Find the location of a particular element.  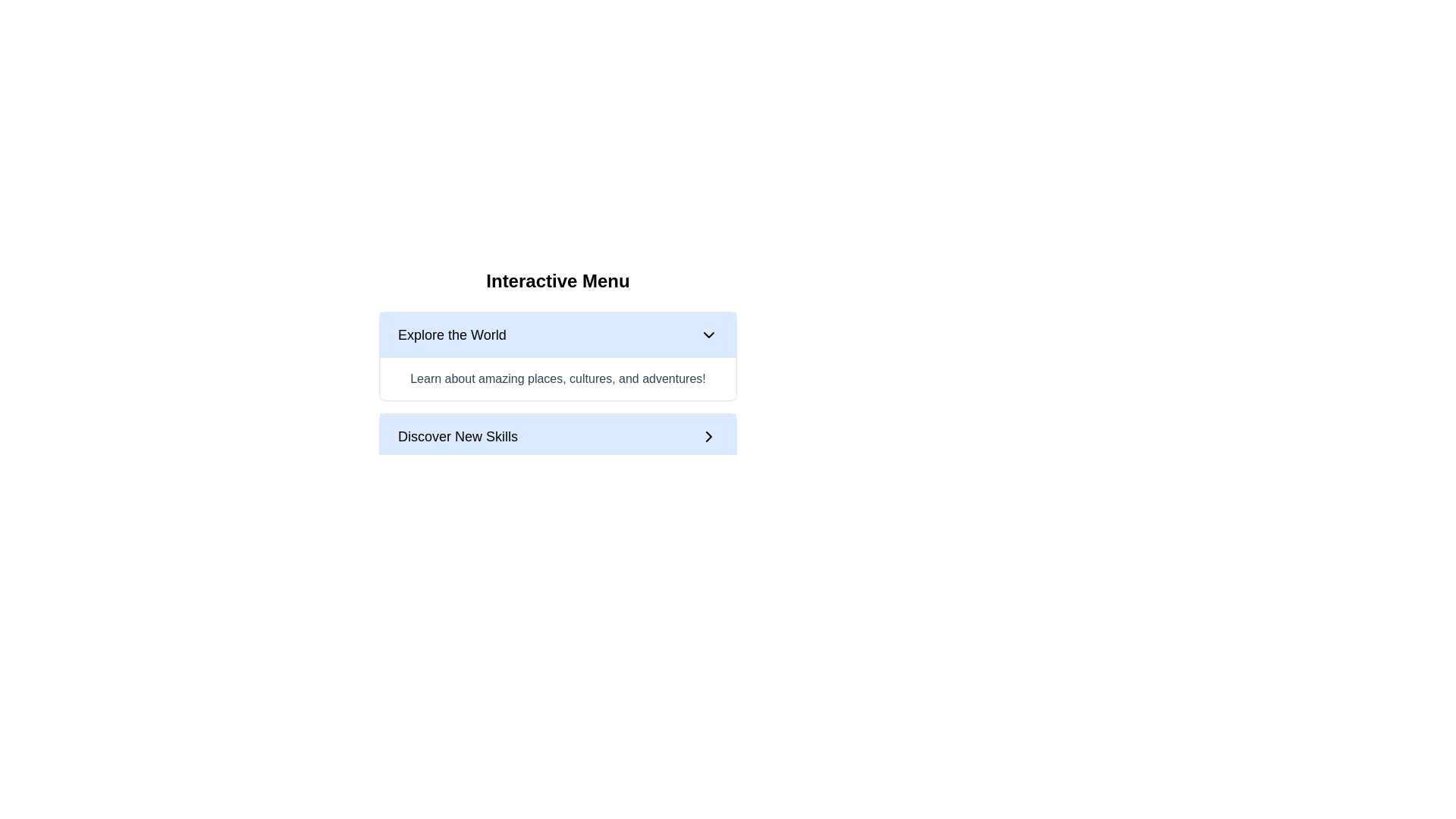

the 'chevron-right' icon located at the right end of the 'Discover New Skills' menu option is located at coordinates (708, 436).